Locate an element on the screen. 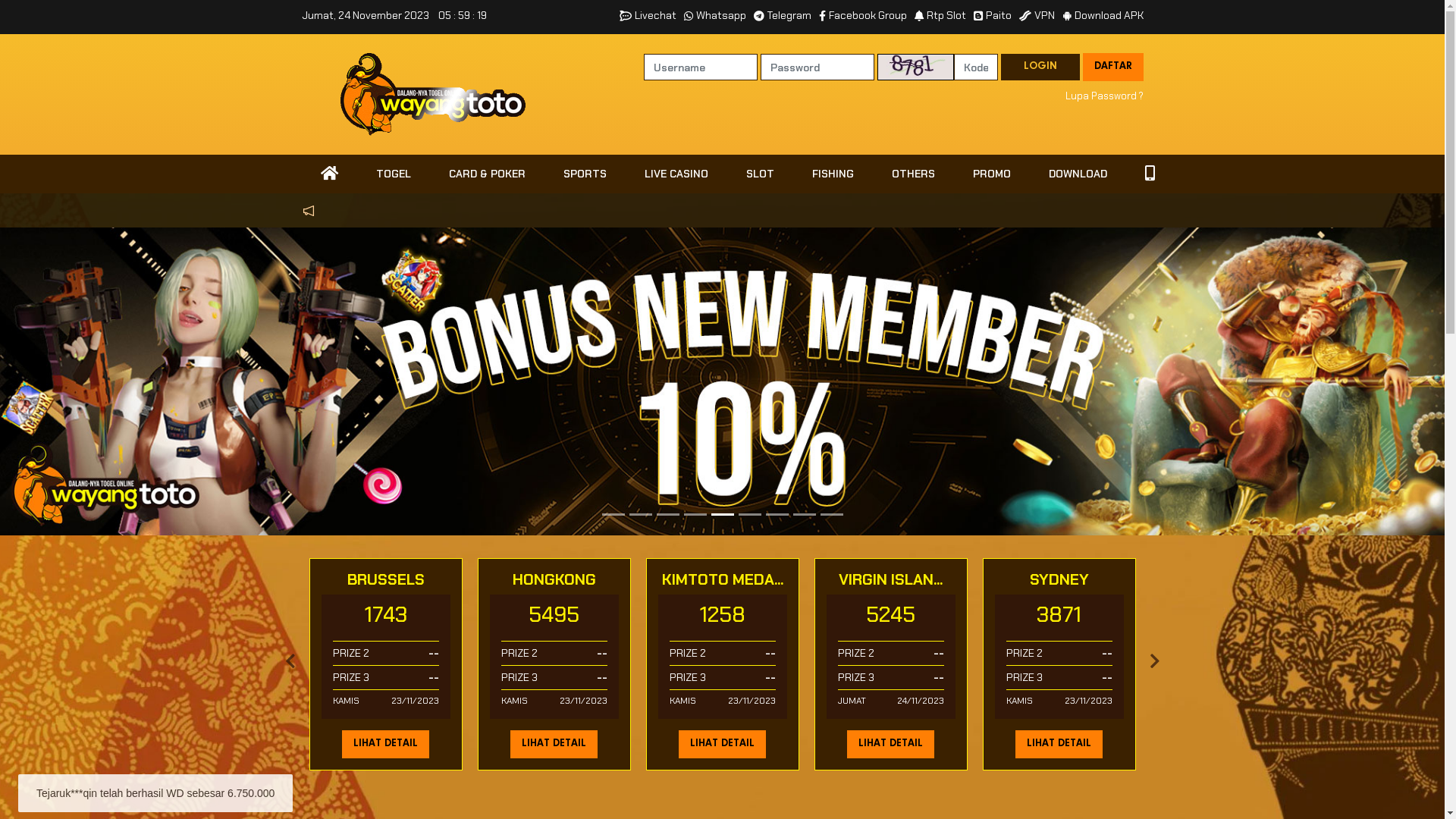  'VPN' is located at coordinates (1036, 15).